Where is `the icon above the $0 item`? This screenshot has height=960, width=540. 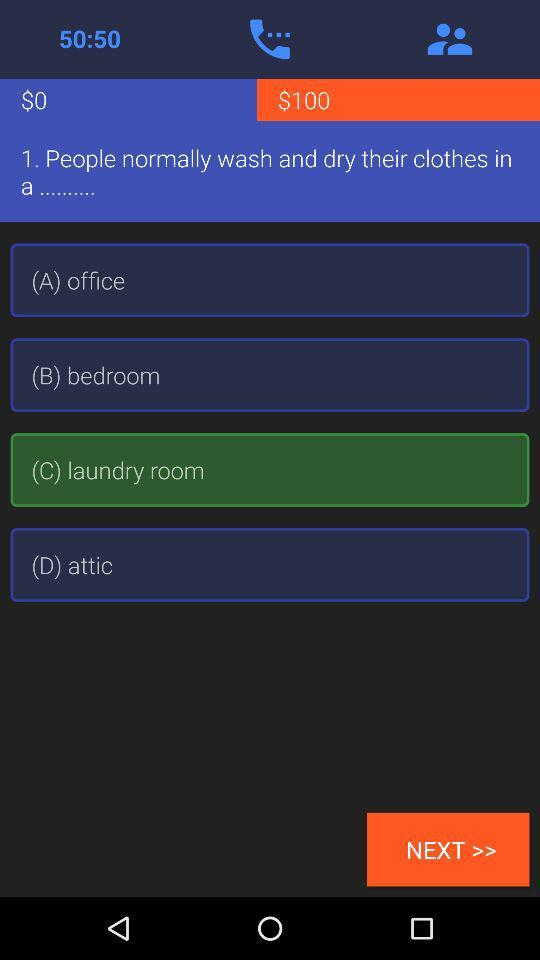
the icon above the $0 item is located at coordinates (89, 38).